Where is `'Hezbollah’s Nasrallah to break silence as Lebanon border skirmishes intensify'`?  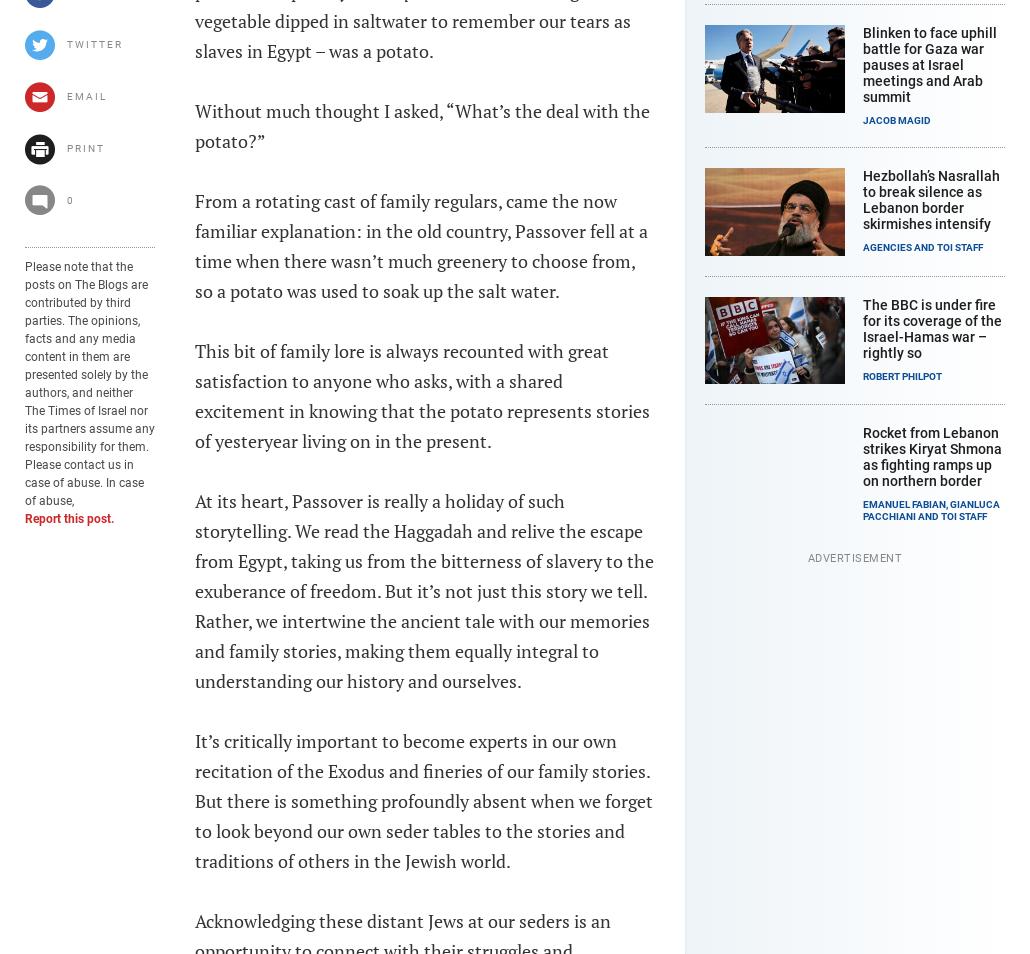
'Hezbollah’s Nasrallah to break silence as Lebanon border skirmishes intensify' is located at coordinates (931, 198).